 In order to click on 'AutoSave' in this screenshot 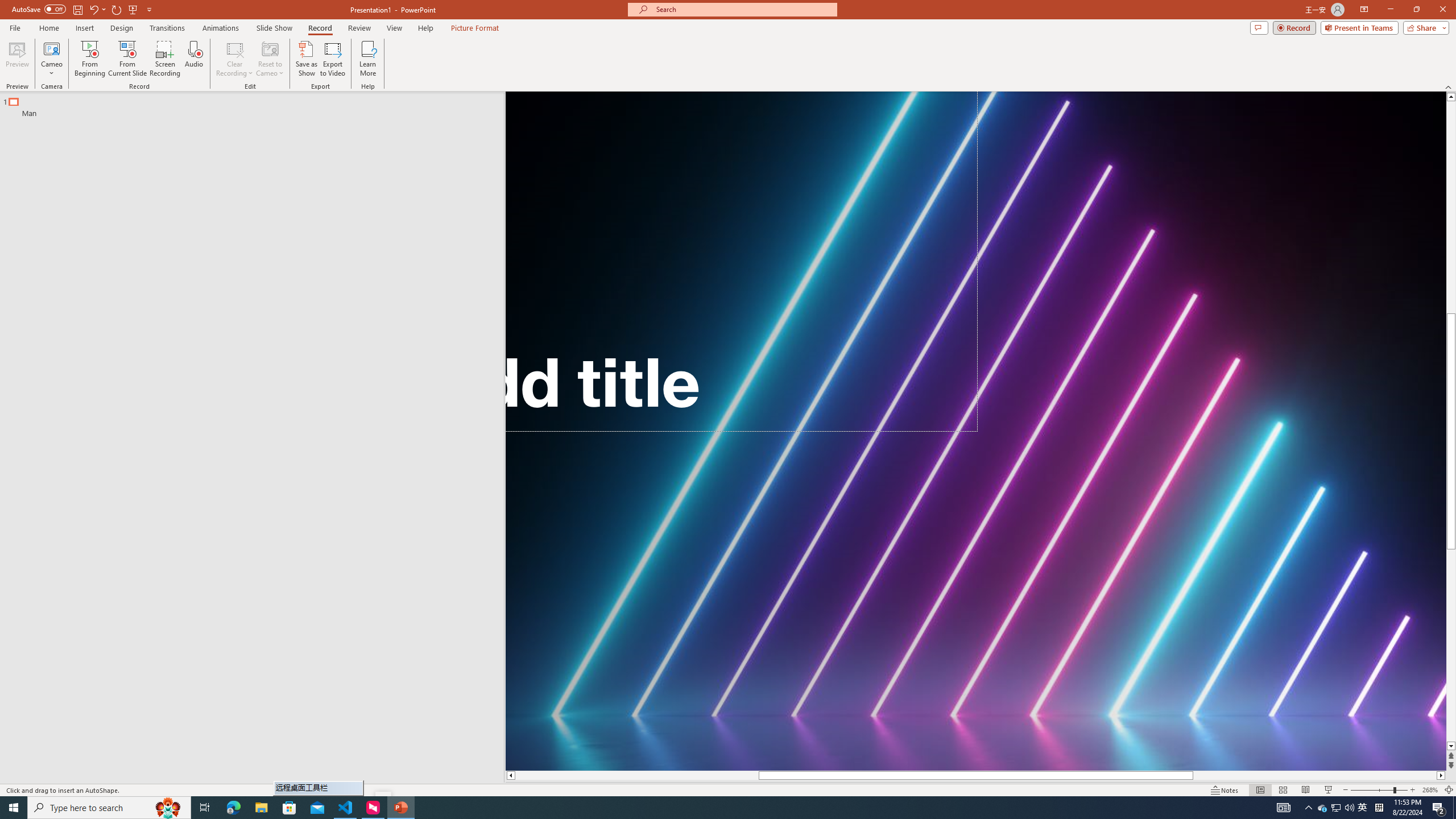, I will do `click(39, 9)`.